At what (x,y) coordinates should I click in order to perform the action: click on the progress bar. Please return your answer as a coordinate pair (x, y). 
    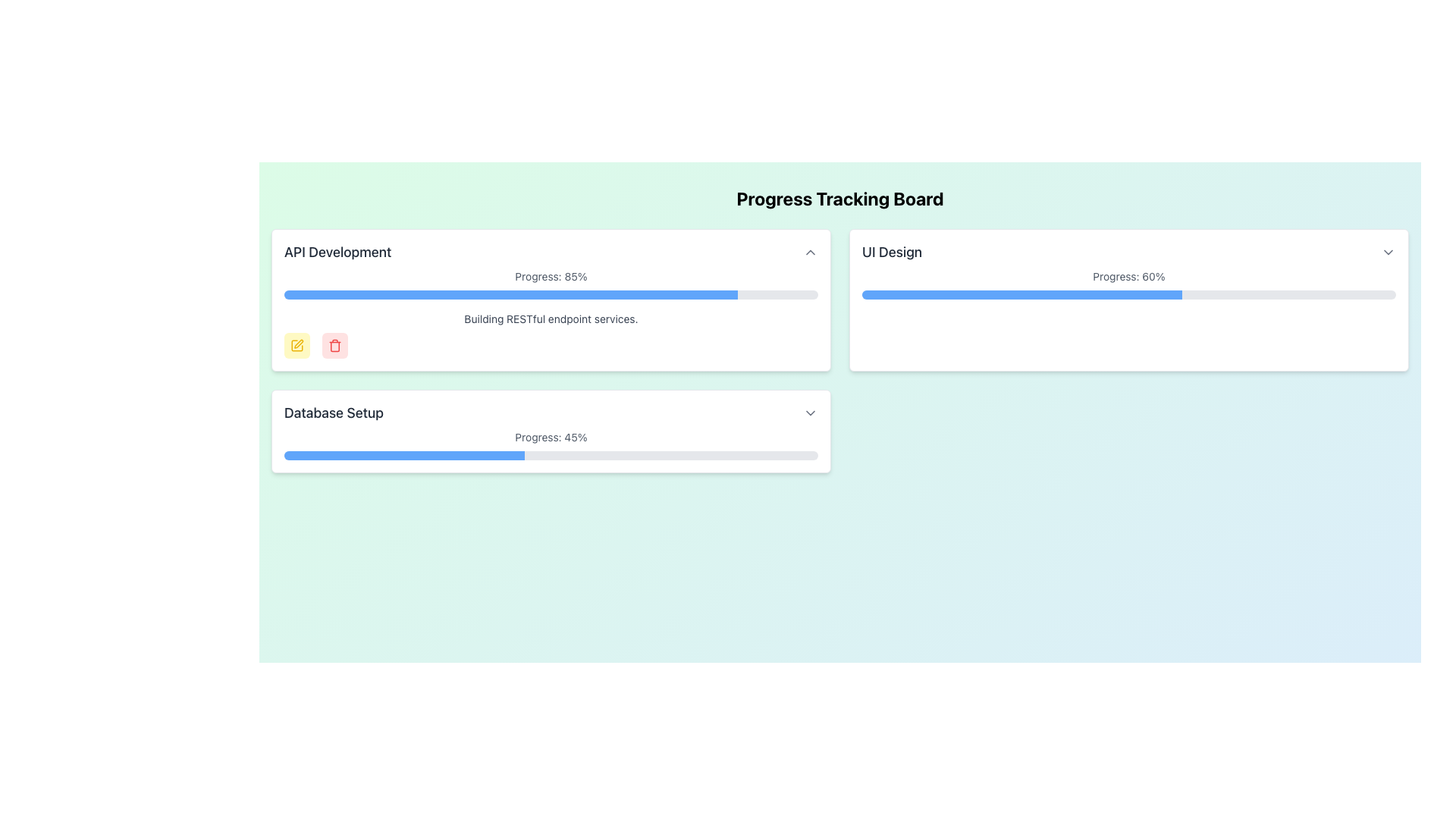
    Looking at the image, I should click on (394, 455).